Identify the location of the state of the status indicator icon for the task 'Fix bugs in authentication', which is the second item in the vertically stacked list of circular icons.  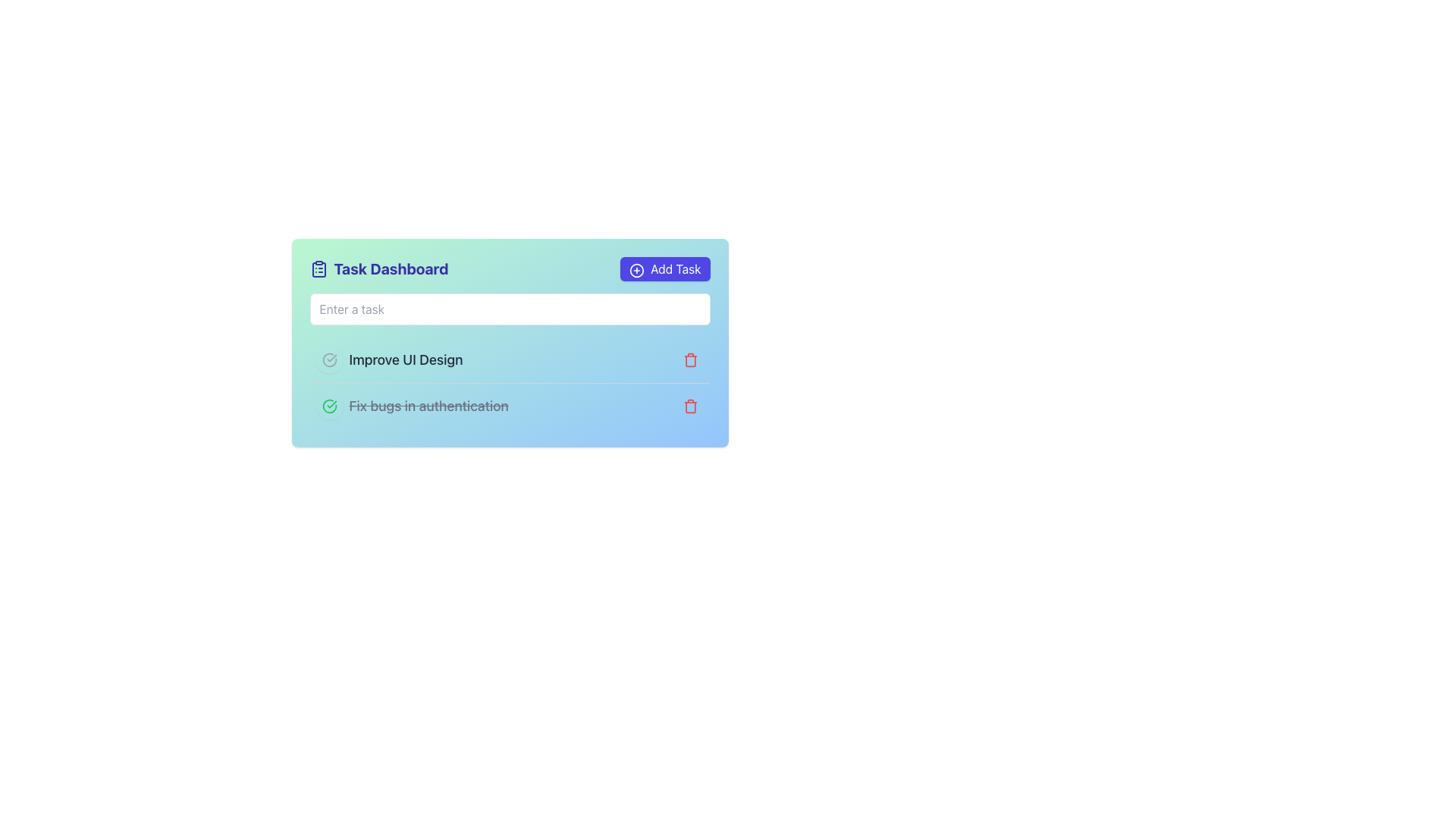
(328, 359).